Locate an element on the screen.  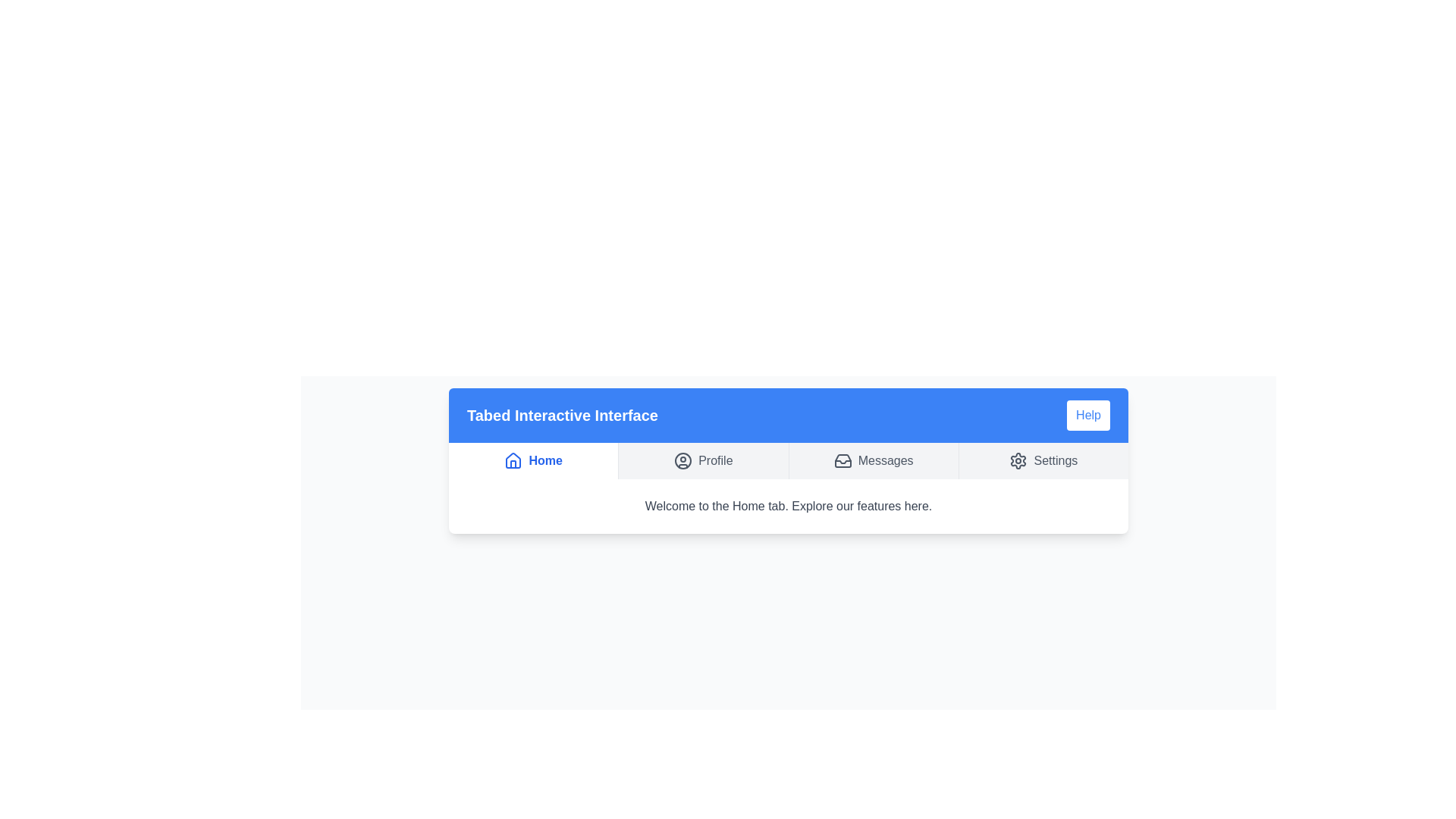
the 'Home' text label within the navigation button to trigger hover effects is located at coordinates (533, 460).